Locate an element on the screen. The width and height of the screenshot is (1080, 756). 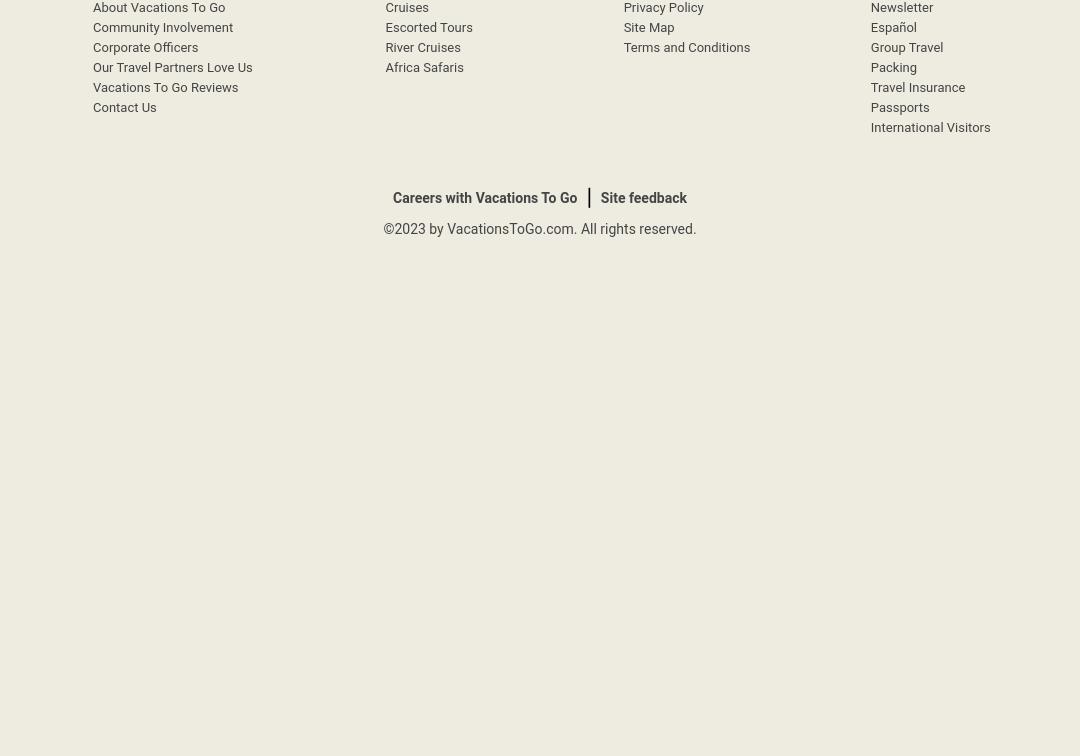
'Group Travel' is located at coordinates (906, 47).